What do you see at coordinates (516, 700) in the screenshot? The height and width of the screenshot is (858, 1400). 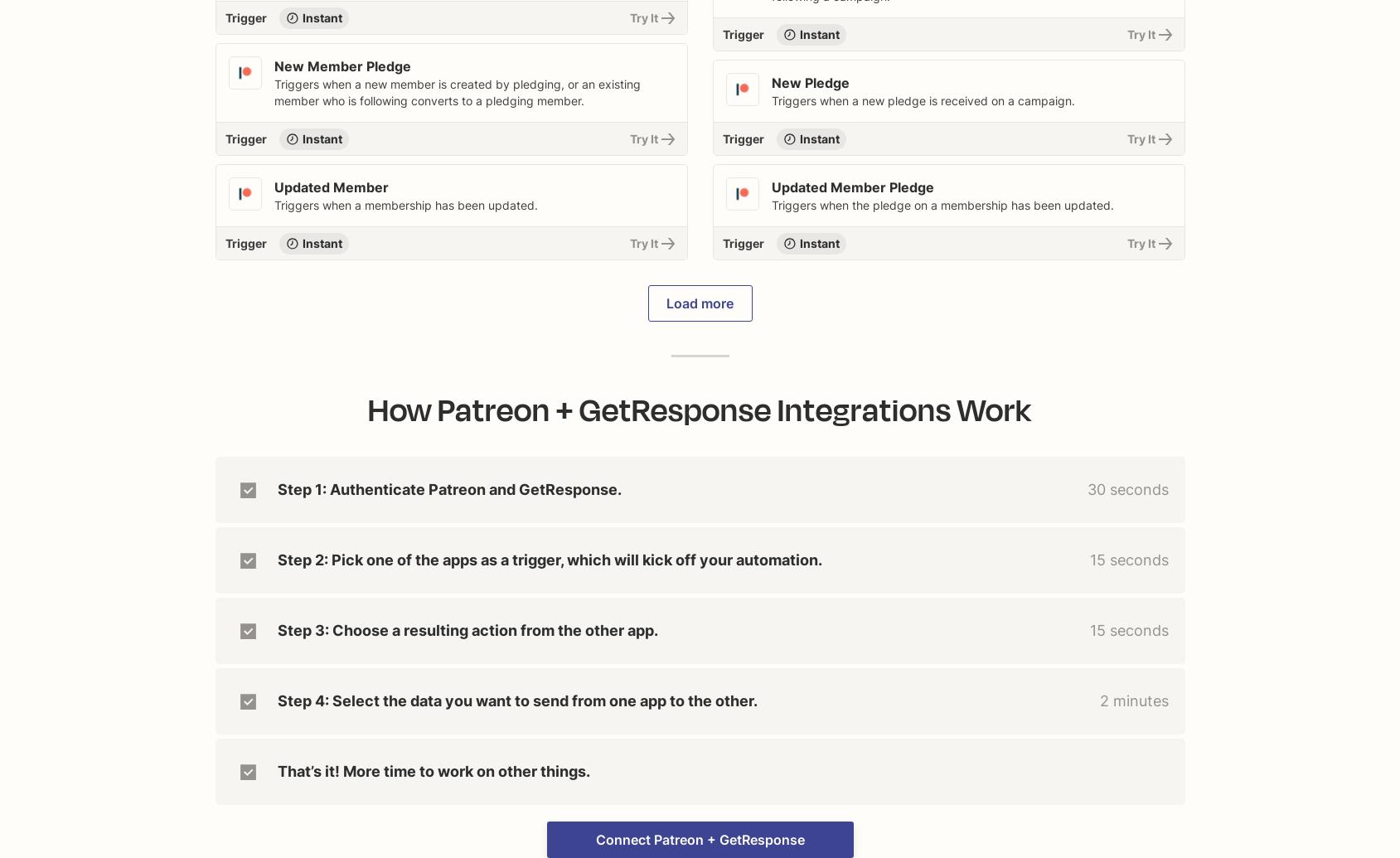 I see `'Step 4: Select the data you want to send from one app to the other.'` at bounding box center [516, 700].